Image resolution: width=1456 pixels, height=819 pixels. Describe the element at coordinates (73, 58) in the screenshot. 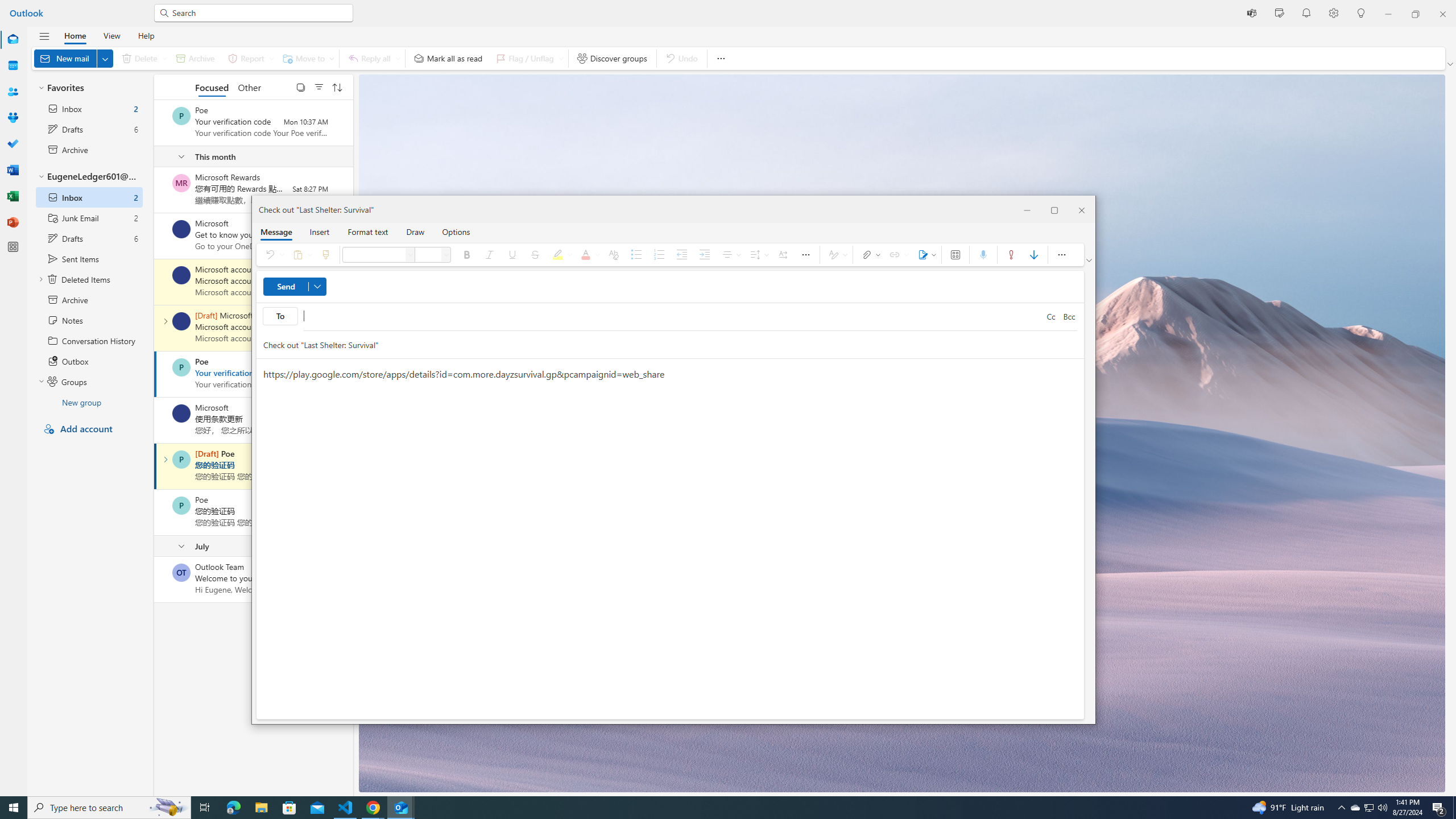

I see `'New mail'` at that location.